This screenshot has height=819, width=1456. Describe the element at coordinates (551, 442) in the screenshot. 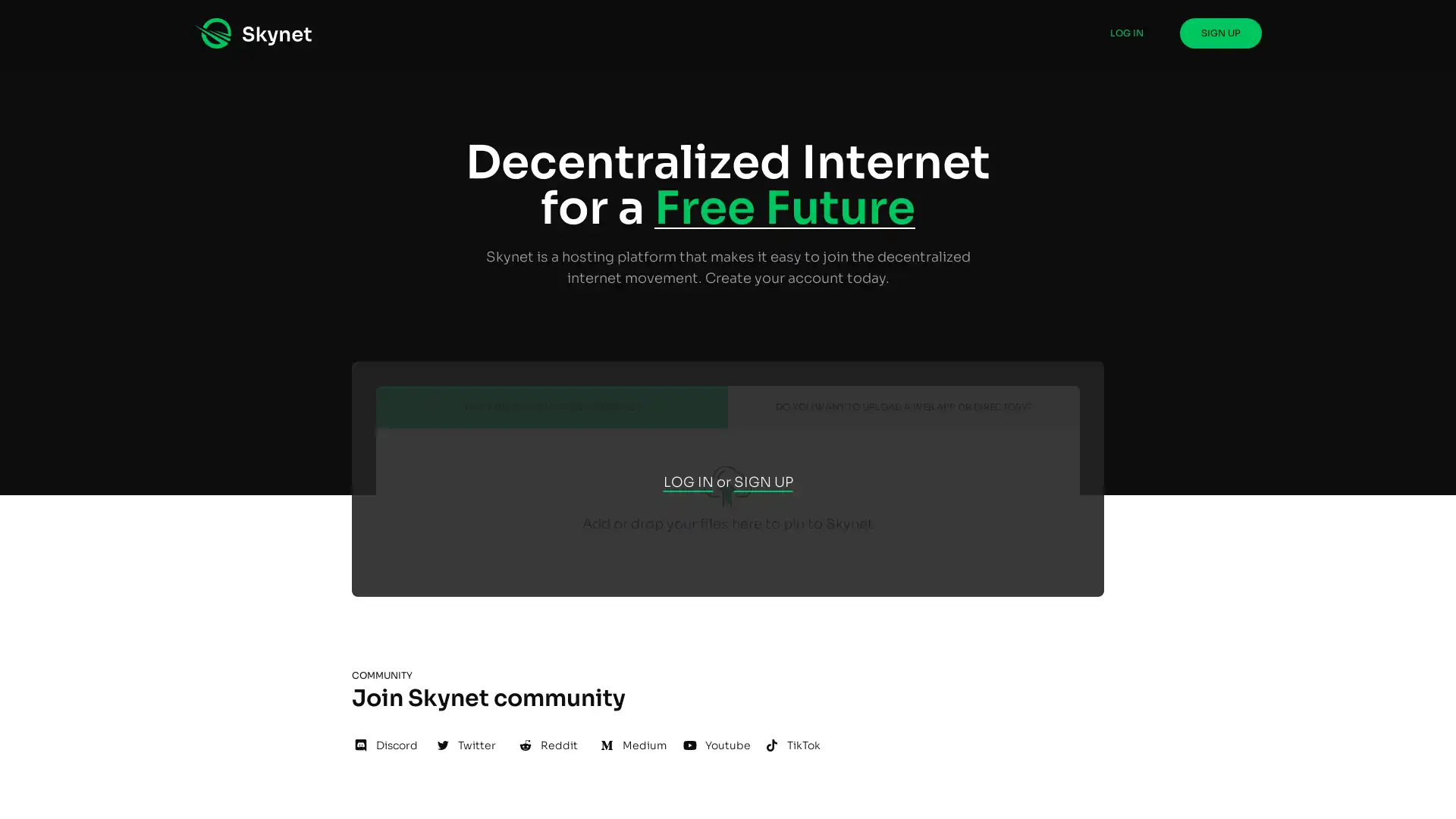

I see `TRY IT NOW AND UPLOAD YOUR FILES` at that location.